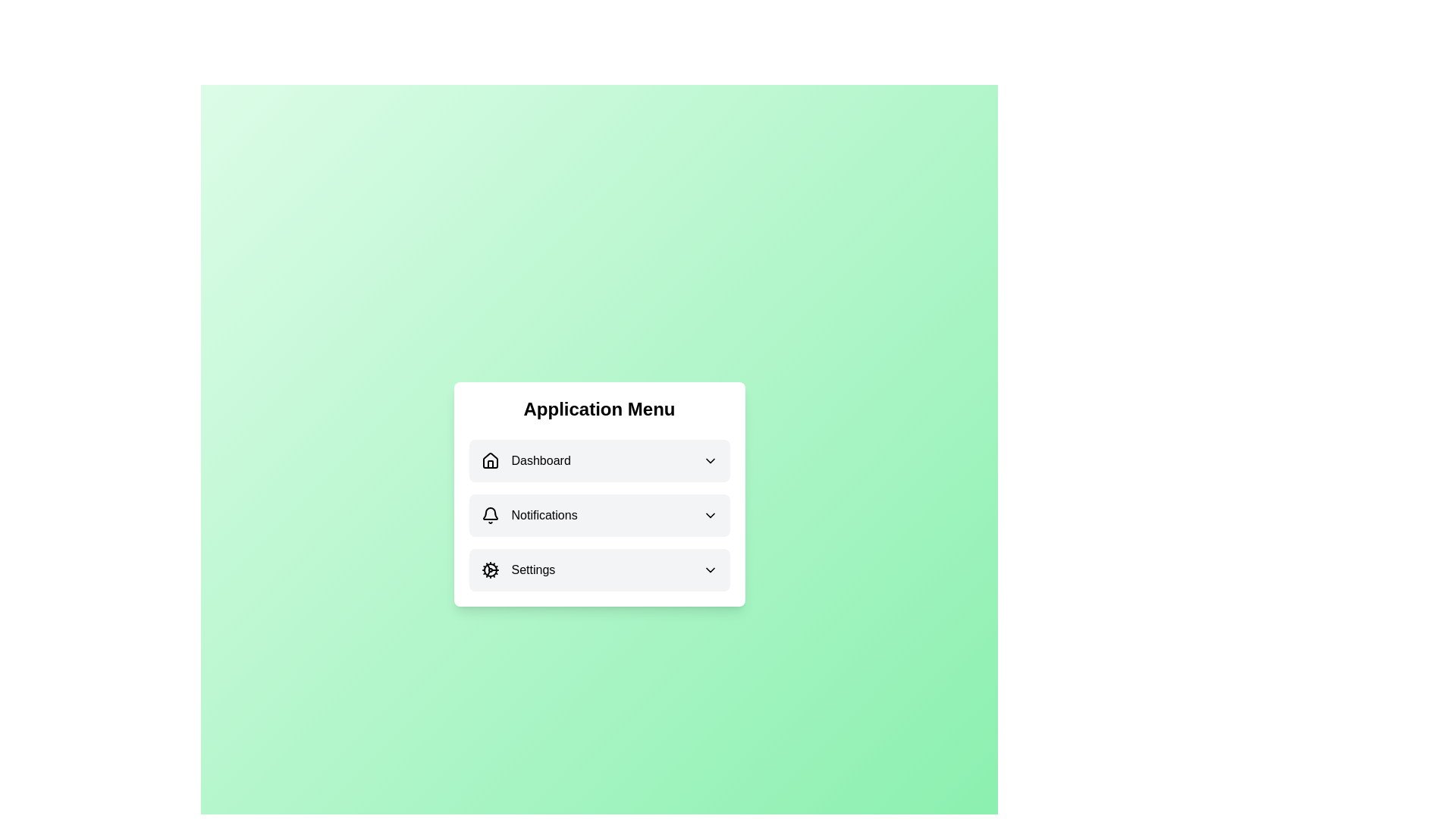 This screenshot has width=1456, height=819. I want to click on the 'Dashboard' label in the application menu, so click(541, 460).